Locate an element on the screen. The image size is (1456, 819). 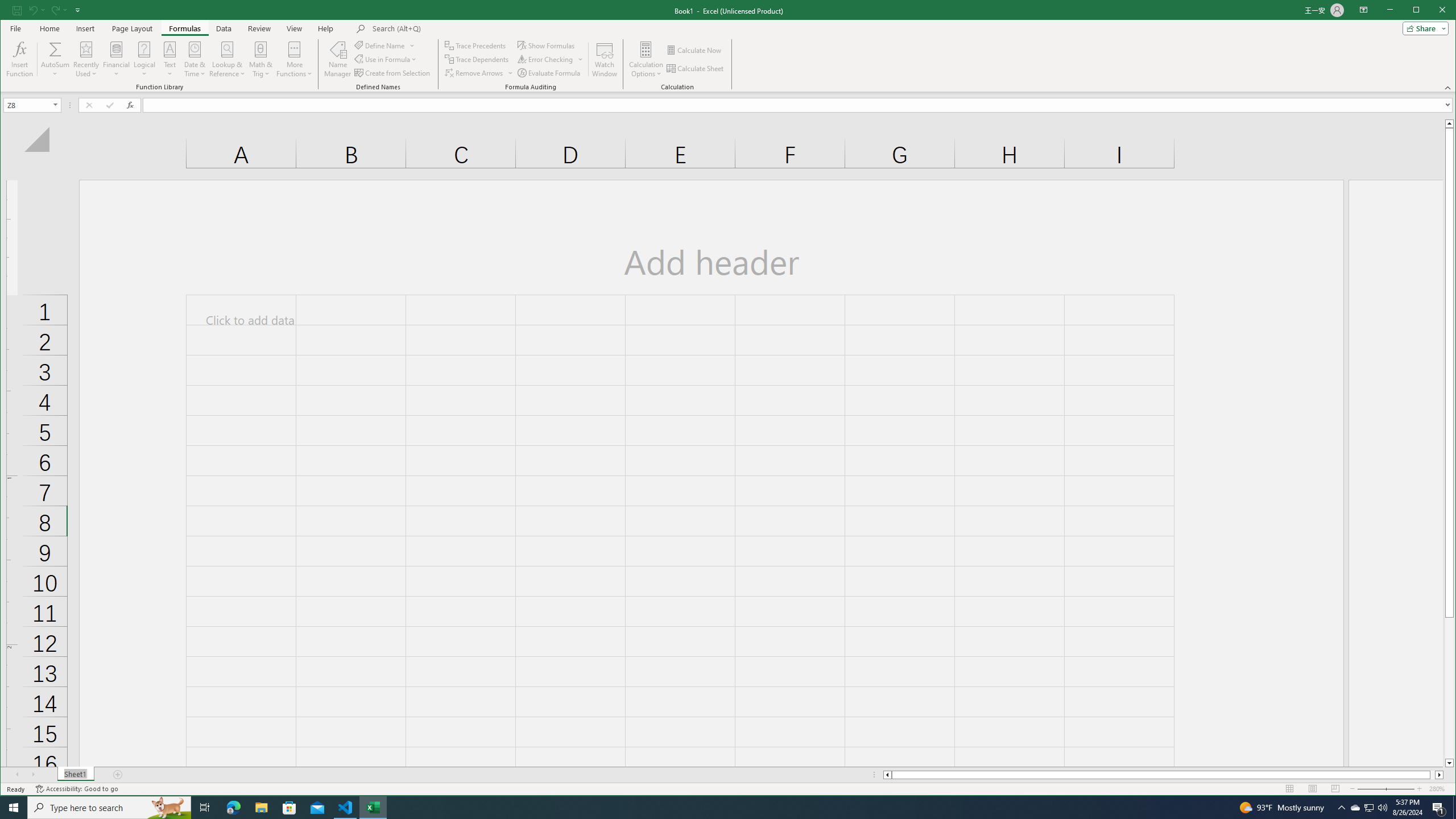
'Text' is located at coordinates (169, 59).